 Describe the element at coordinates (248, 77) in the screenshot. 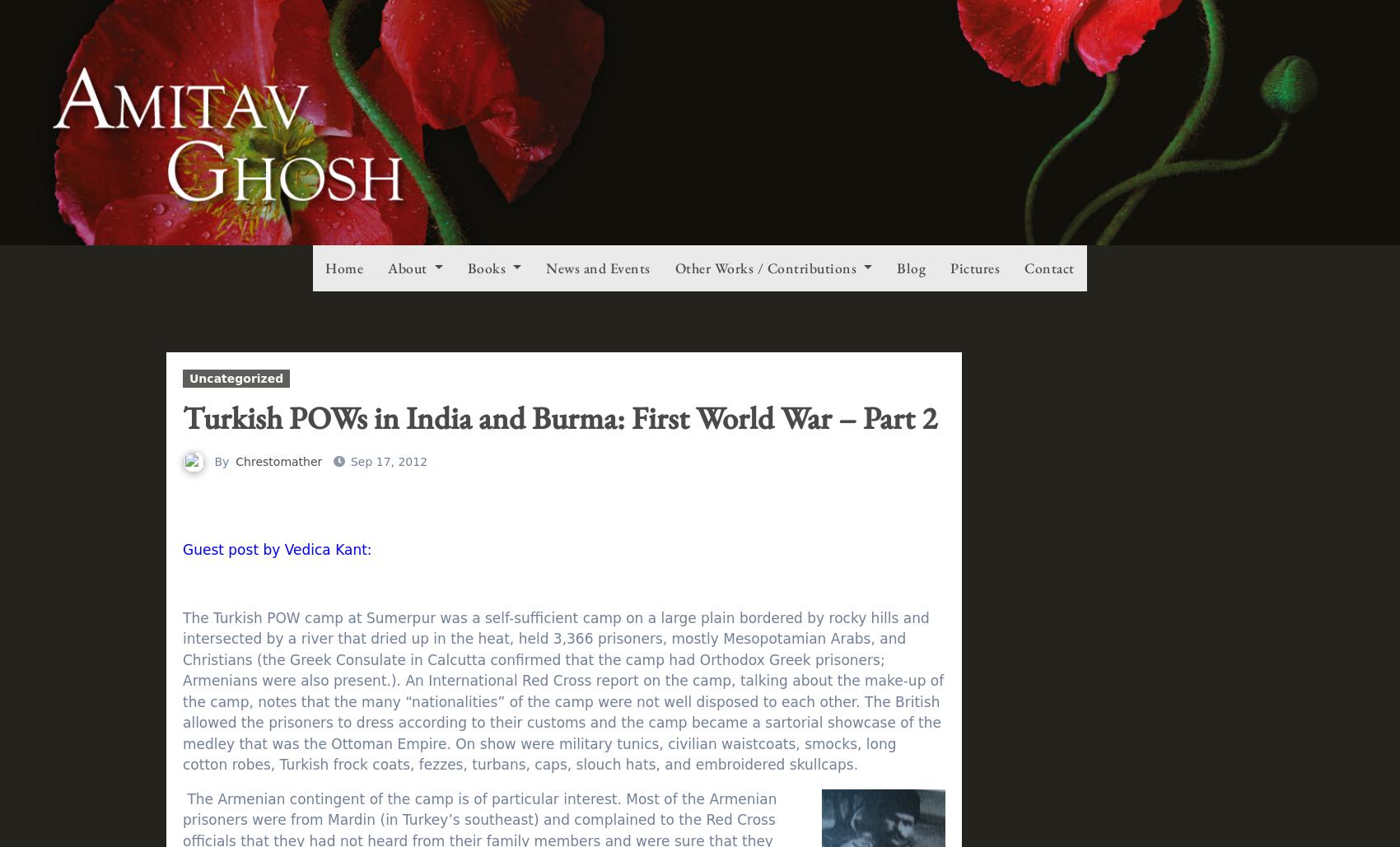

I see `'It'` at that location.